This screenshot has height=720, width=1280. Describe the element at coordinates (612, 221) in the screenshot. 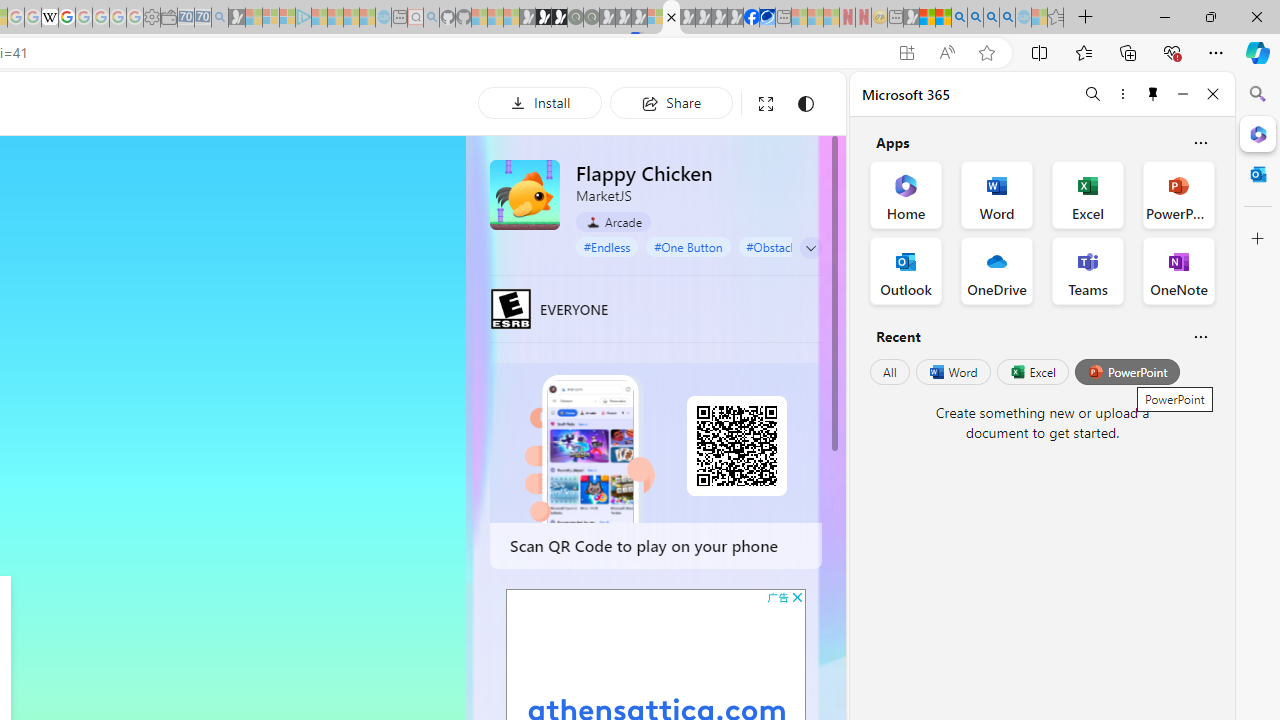

I see `'Arcade'` at that location.